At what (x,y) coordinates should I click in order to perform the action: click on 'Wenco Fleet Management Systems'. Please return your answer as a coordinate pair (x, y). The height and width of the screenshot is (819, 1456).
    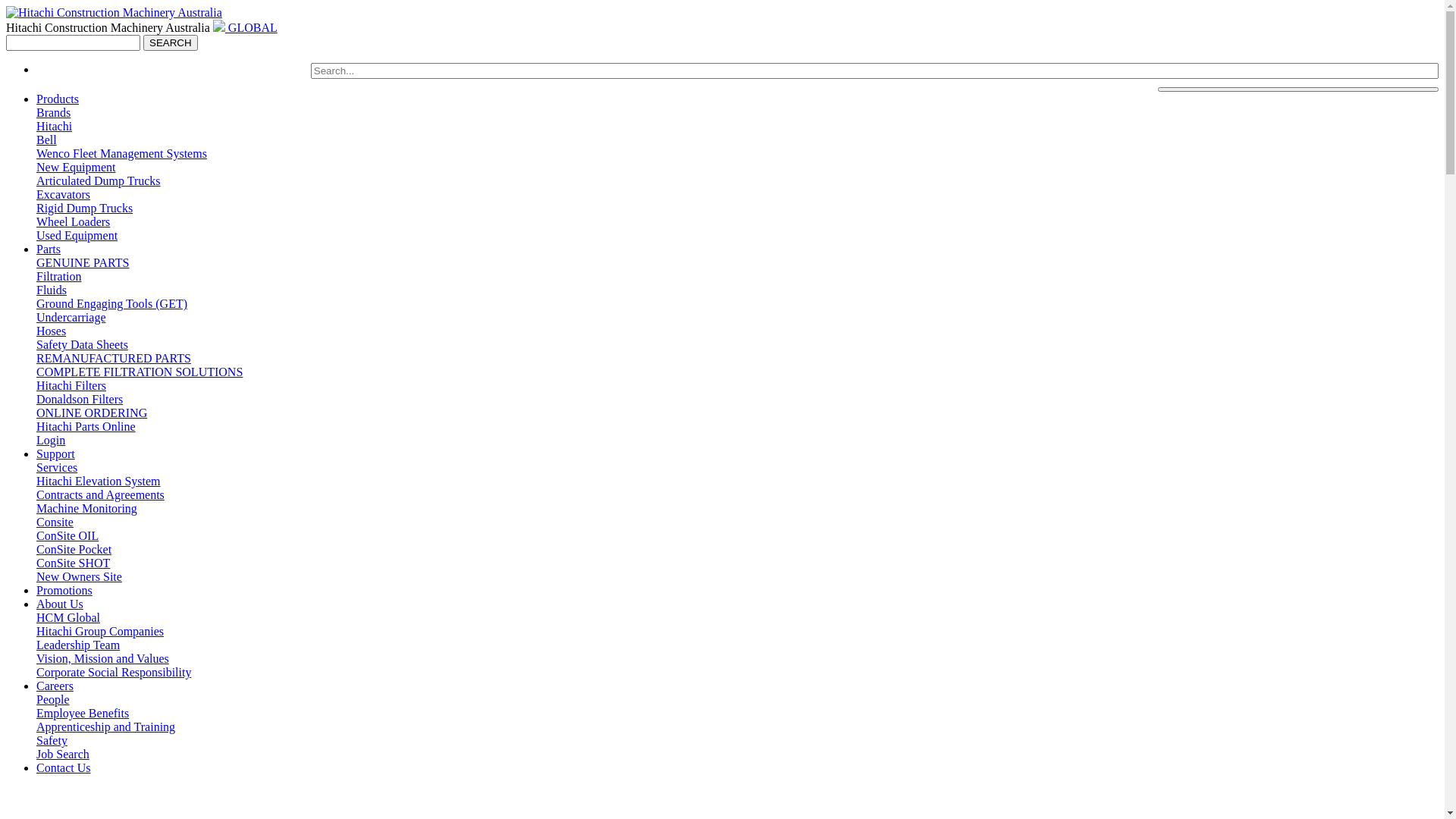
    Looking at the image, I should click on (121, 153).